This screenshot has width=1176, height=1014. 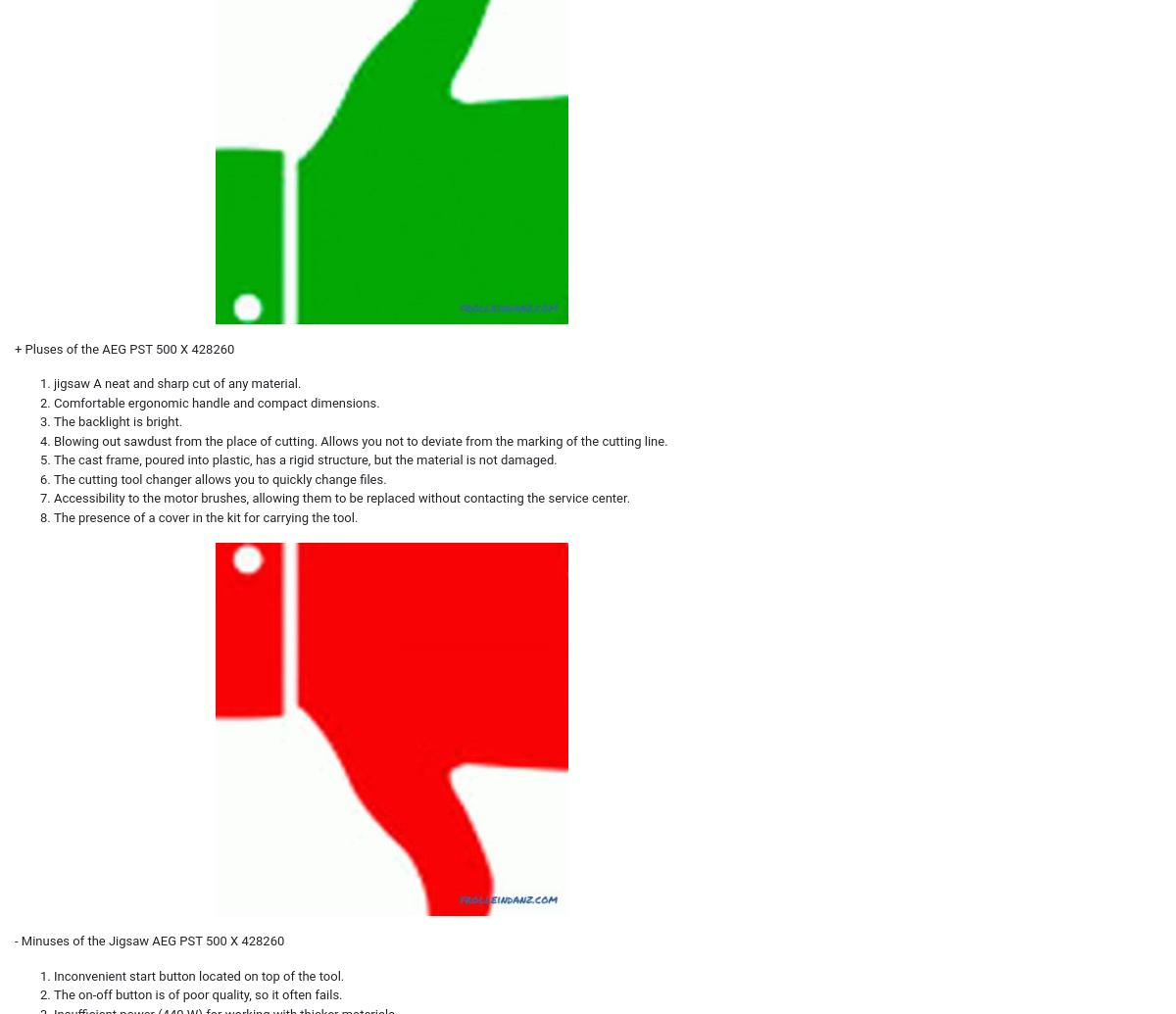 What do you see at coordinates (20, 348) in the screenshot?
I see `'+'` at bounding box center [20, 348].